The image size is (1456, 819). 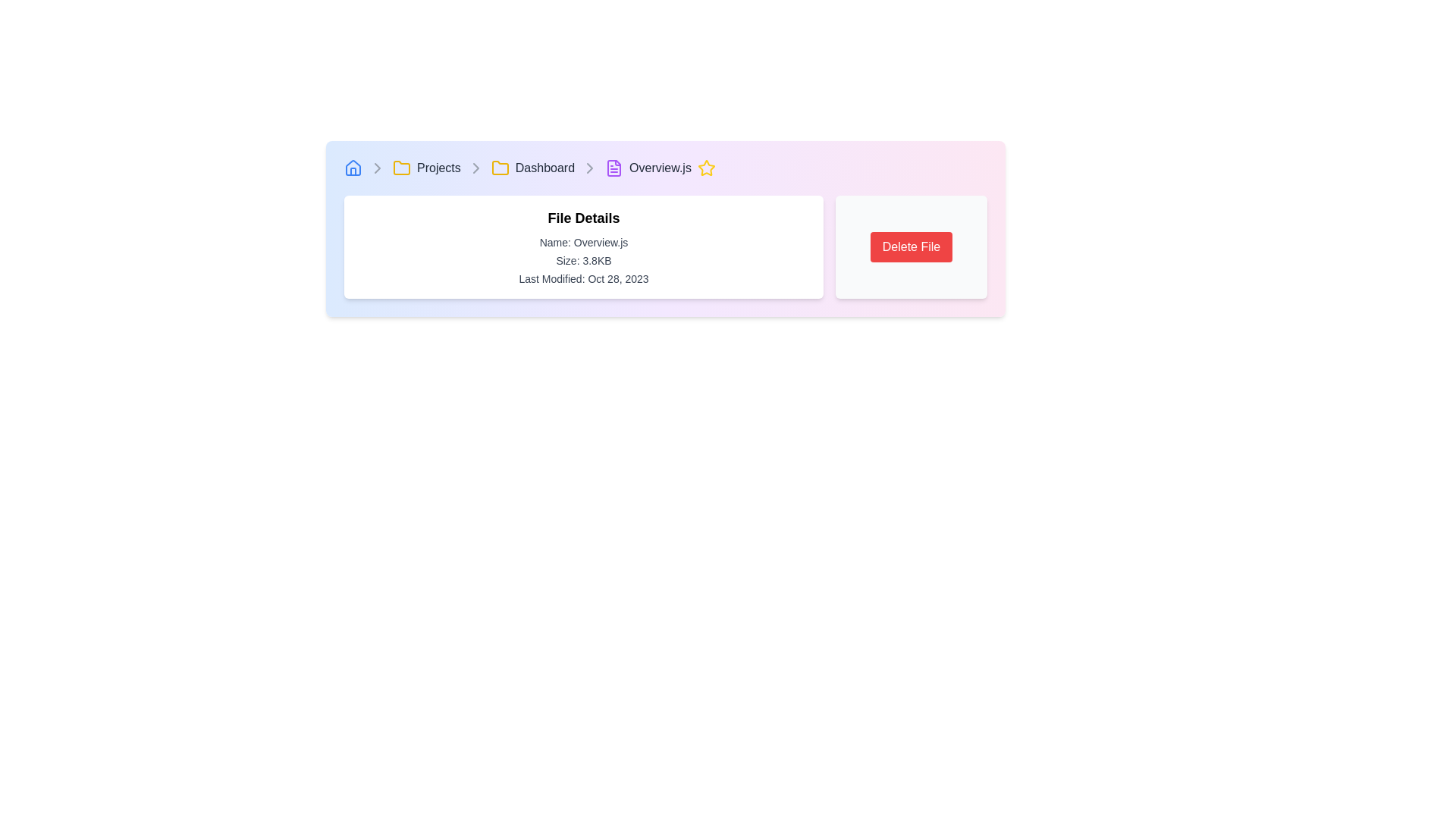 What do you see at coordinates (352, 168) in the screenshot?
I see `the home page icon located at the beginning of the breadcrumb navigation bar for easy navigation` at bounding box center [352, 168].